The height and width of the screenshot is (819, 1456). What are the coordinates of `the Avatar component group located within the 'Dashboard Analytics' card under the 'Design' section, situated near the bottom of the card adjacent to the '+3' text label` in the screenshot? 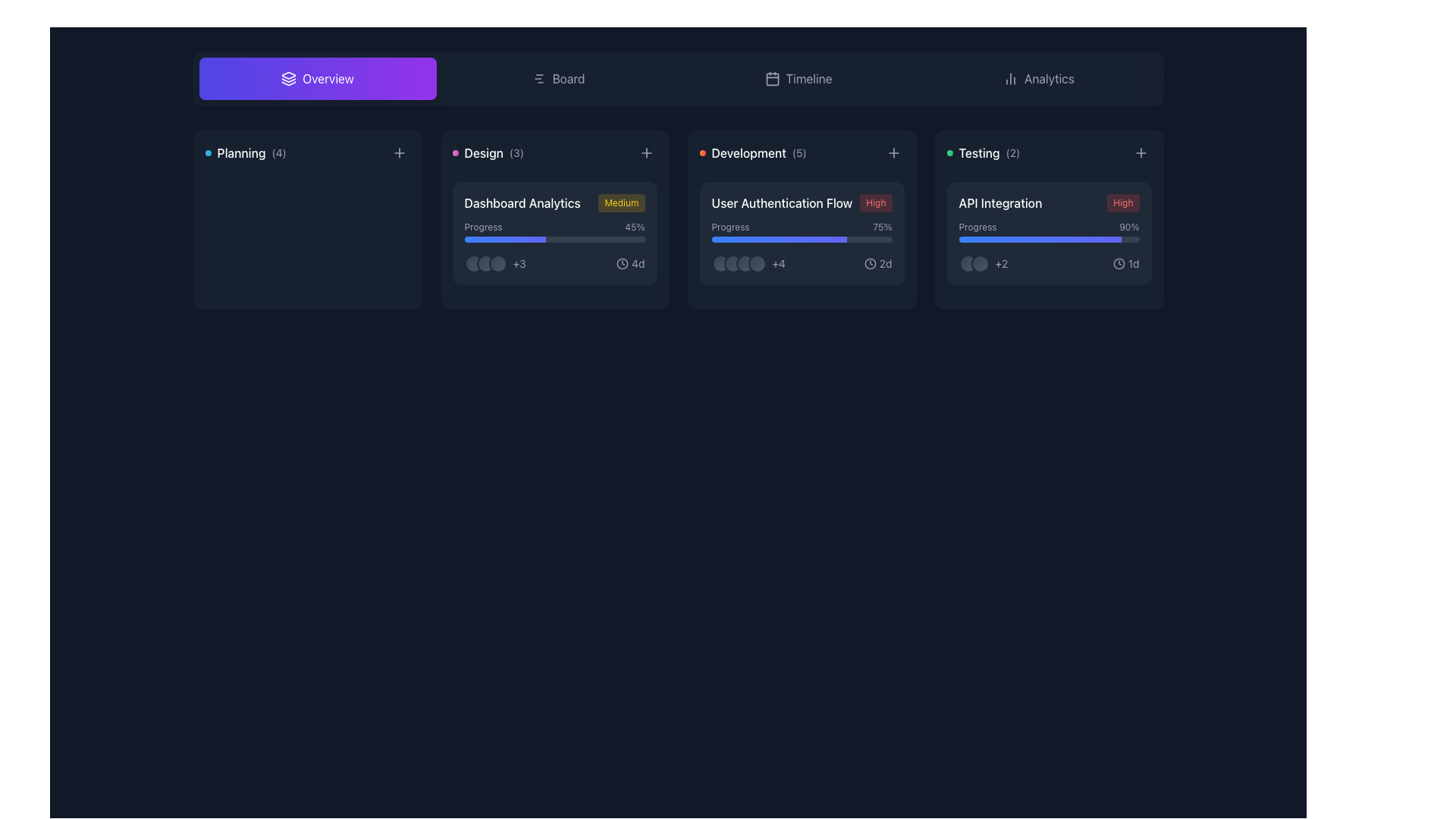 It's located at (485, 262).